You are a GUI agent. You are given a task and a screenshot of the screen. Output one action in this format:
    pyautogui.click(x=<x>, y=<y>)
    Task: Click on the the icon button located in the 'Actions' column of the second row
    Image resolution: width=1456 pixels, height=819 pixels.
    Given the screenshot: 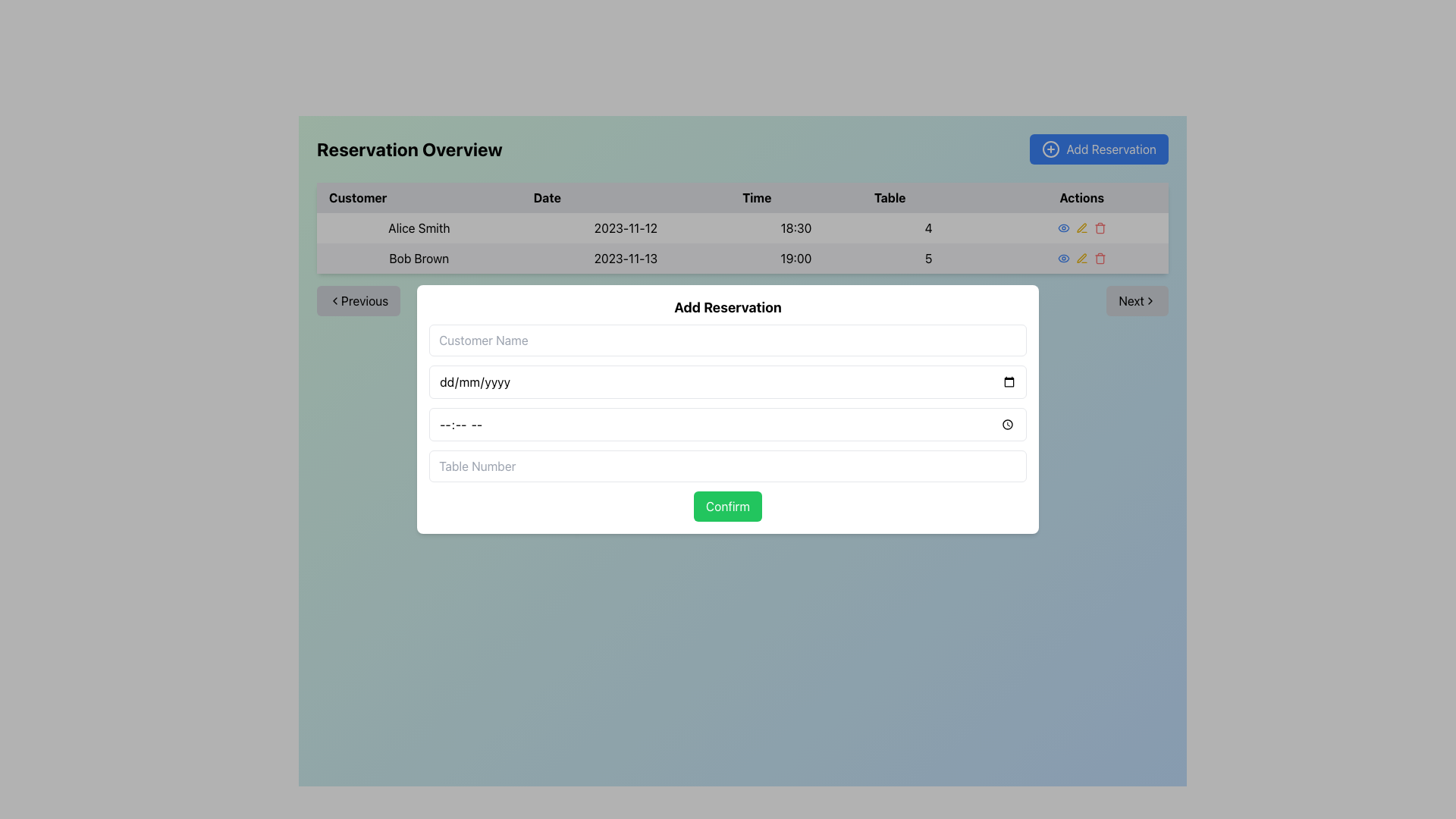 What is the action you would take?
    pyautogui.click(x=1081, y=257)
    